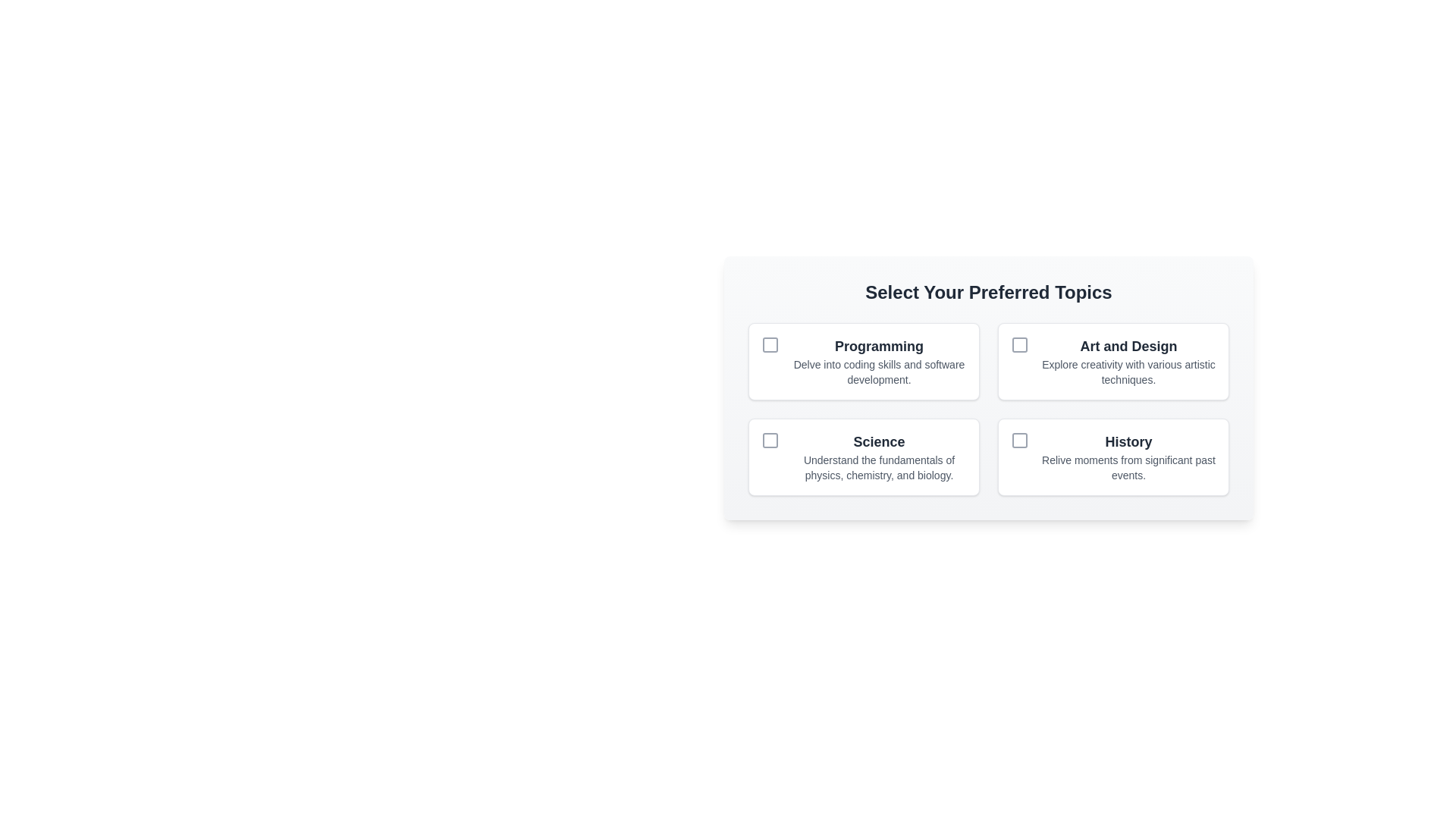  What do you see at coordinates (770, 441) in the screenshot?
I see `the checkbox located within the 'Science' option box` at bounding box center [770, 441].